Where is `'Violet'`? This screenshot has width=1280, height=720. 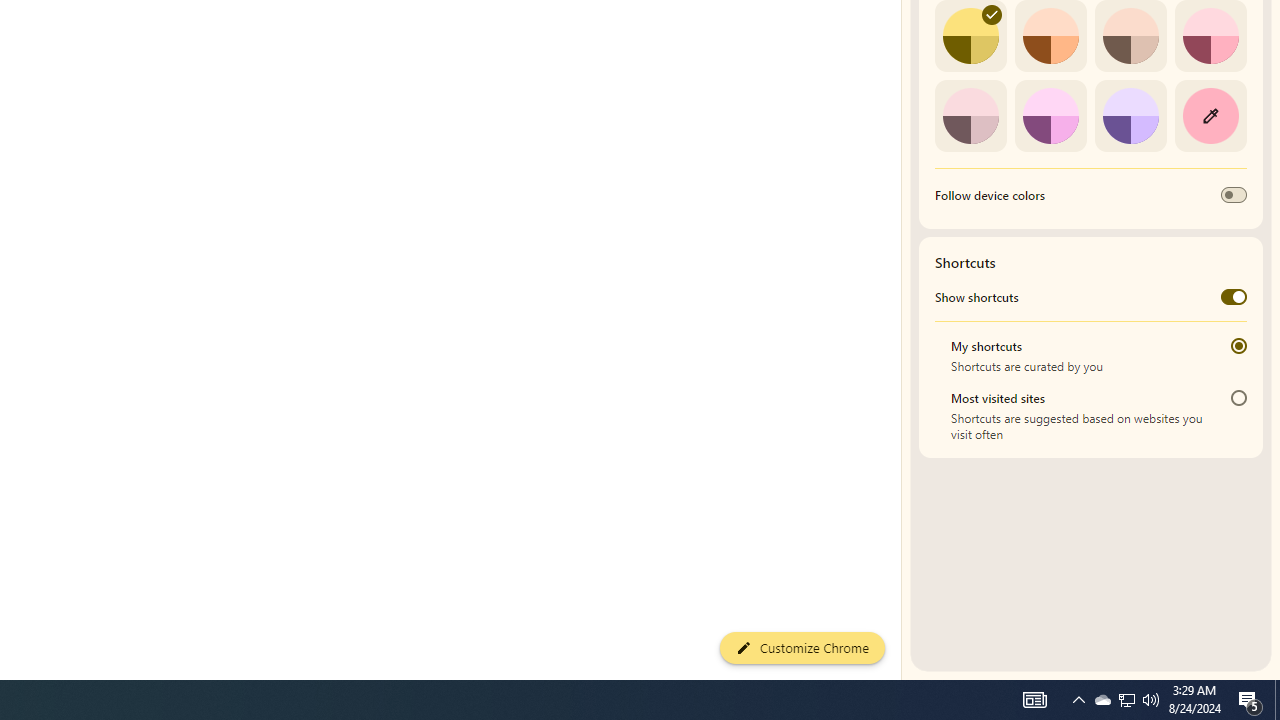
'Violet' is located at coordinates (1130, 115).